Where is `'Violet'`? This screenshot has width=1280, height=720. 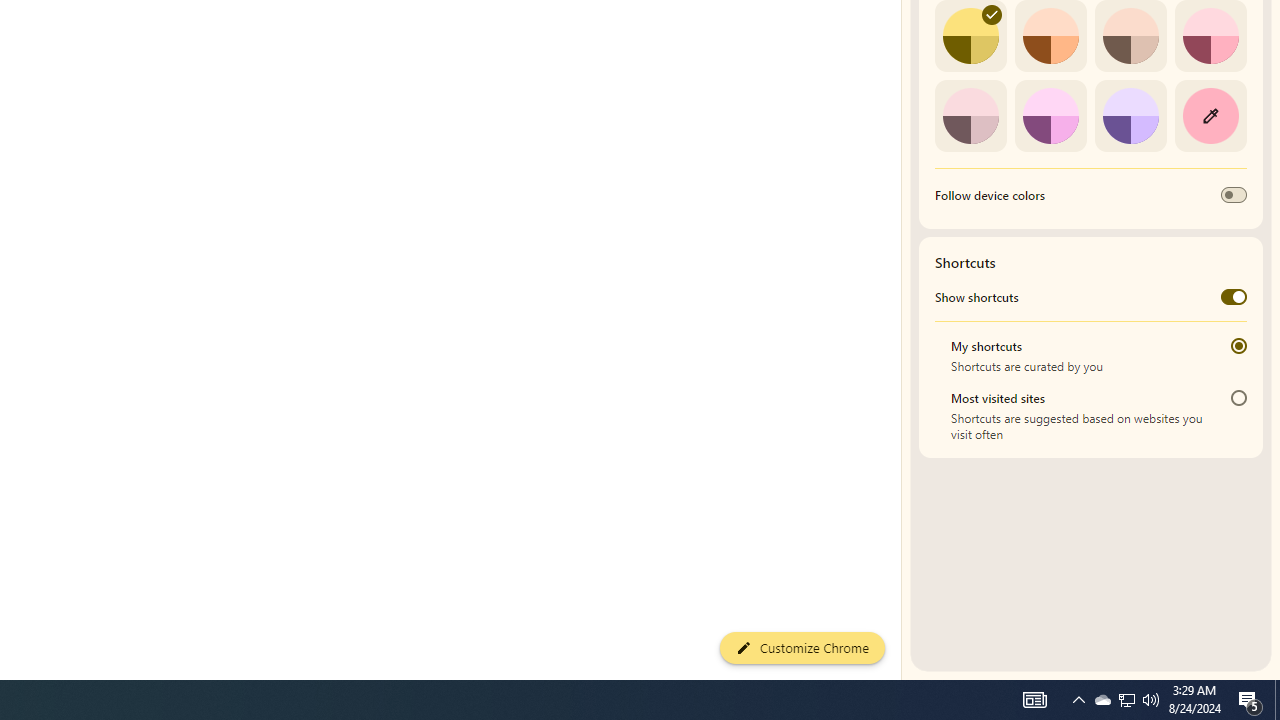
'Violet' is located at coordinates (1130, 115).